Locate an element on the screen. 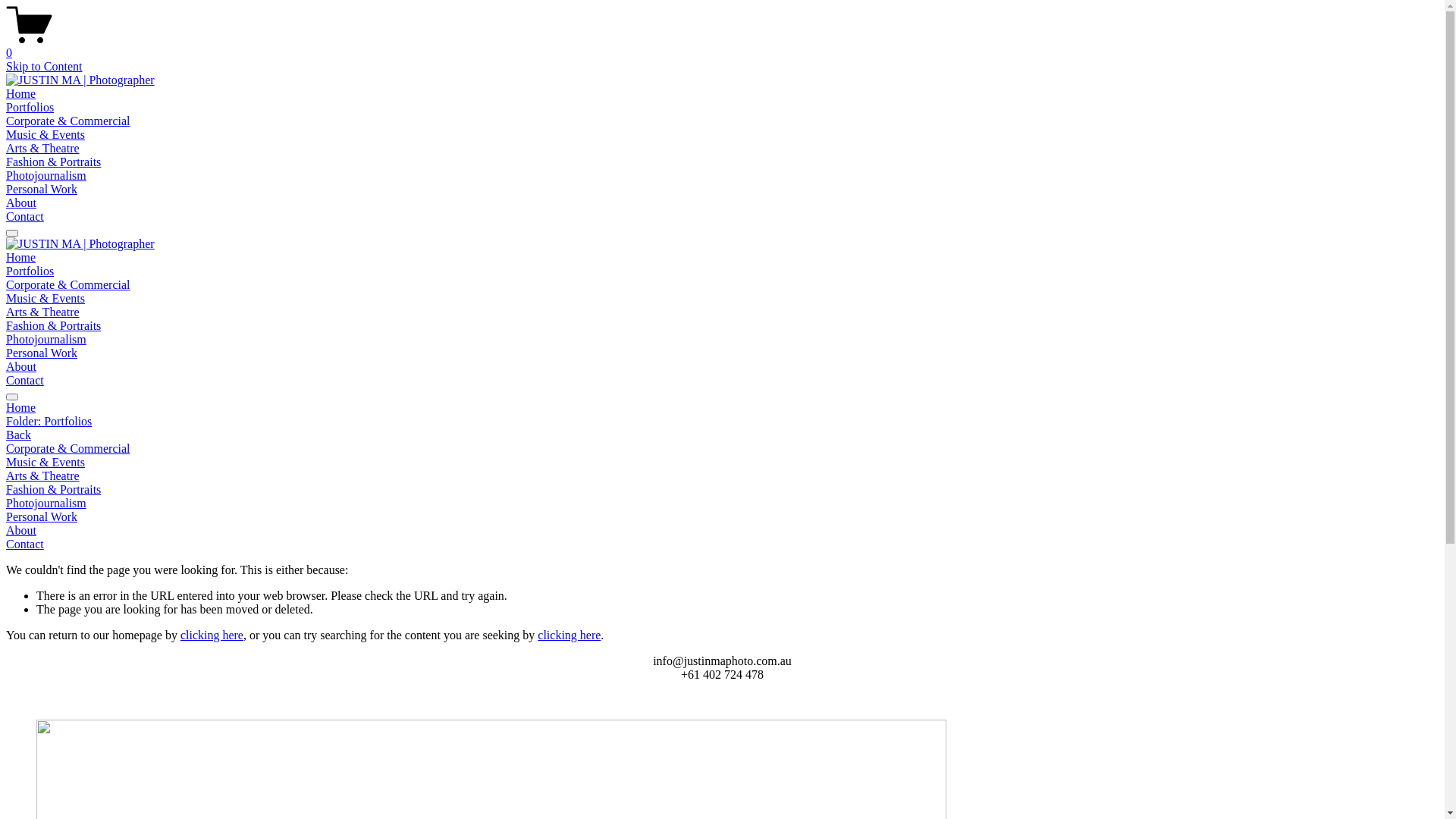 Image resolution: width=1456 pixels, height=819 pixels. 'Photojournalism' is located at coordinates (46, 174).